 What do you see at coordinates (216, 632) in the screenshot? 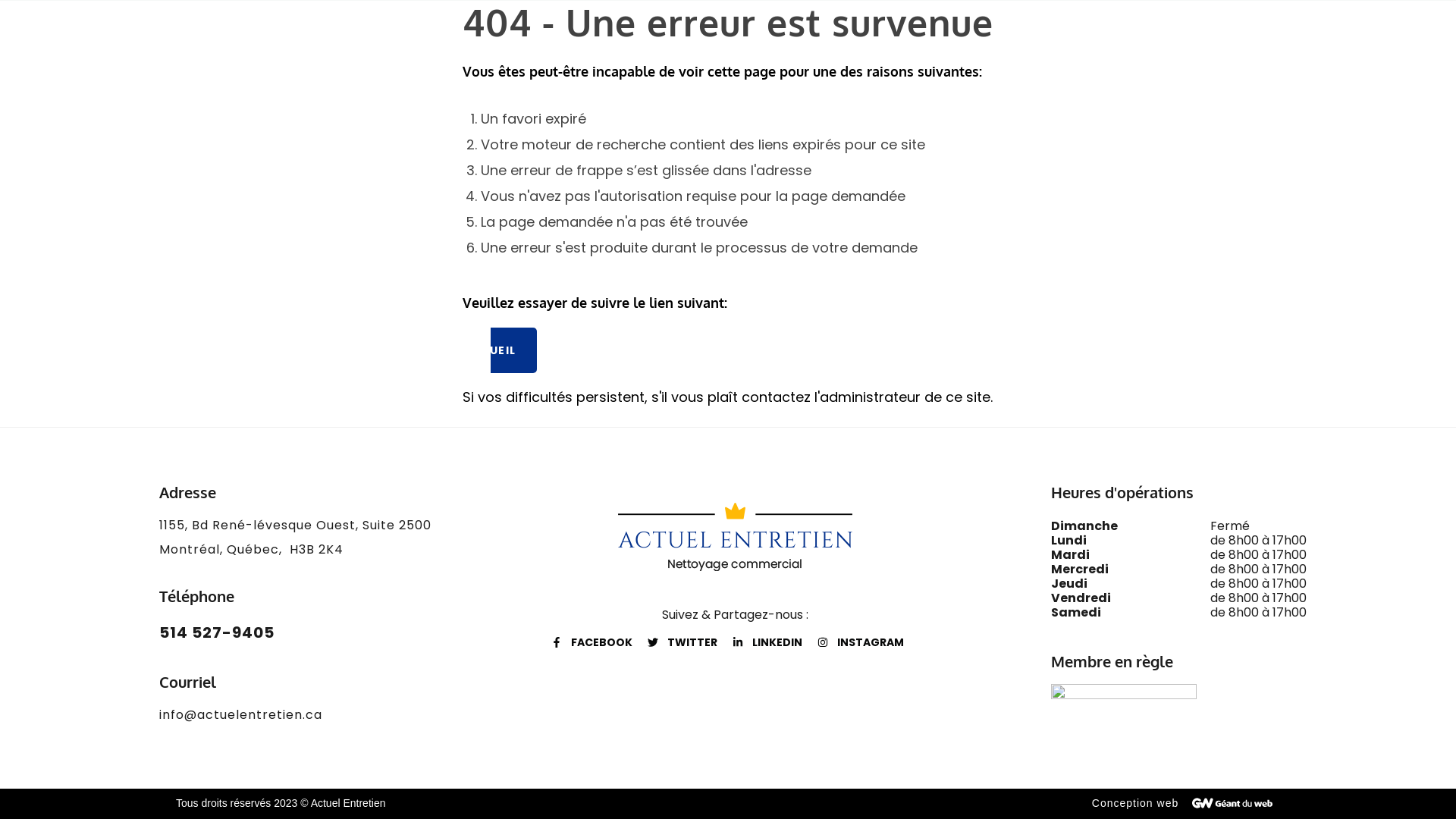
I see `'514 527-9405'` at bounding box center [216, 632].